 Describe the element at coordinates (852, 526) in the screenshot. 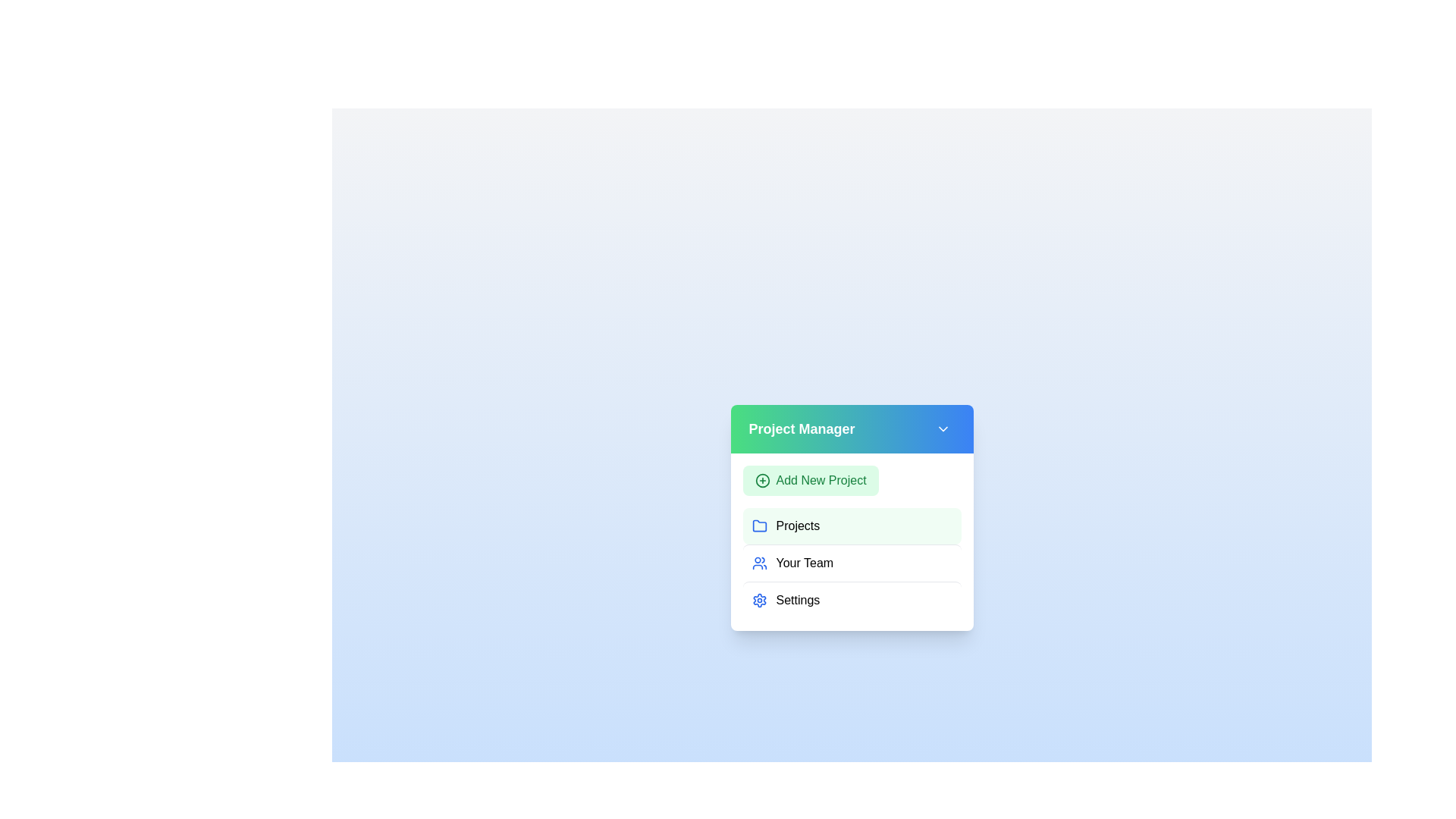

I see `the menu item Projects by clicking on it` at that location.